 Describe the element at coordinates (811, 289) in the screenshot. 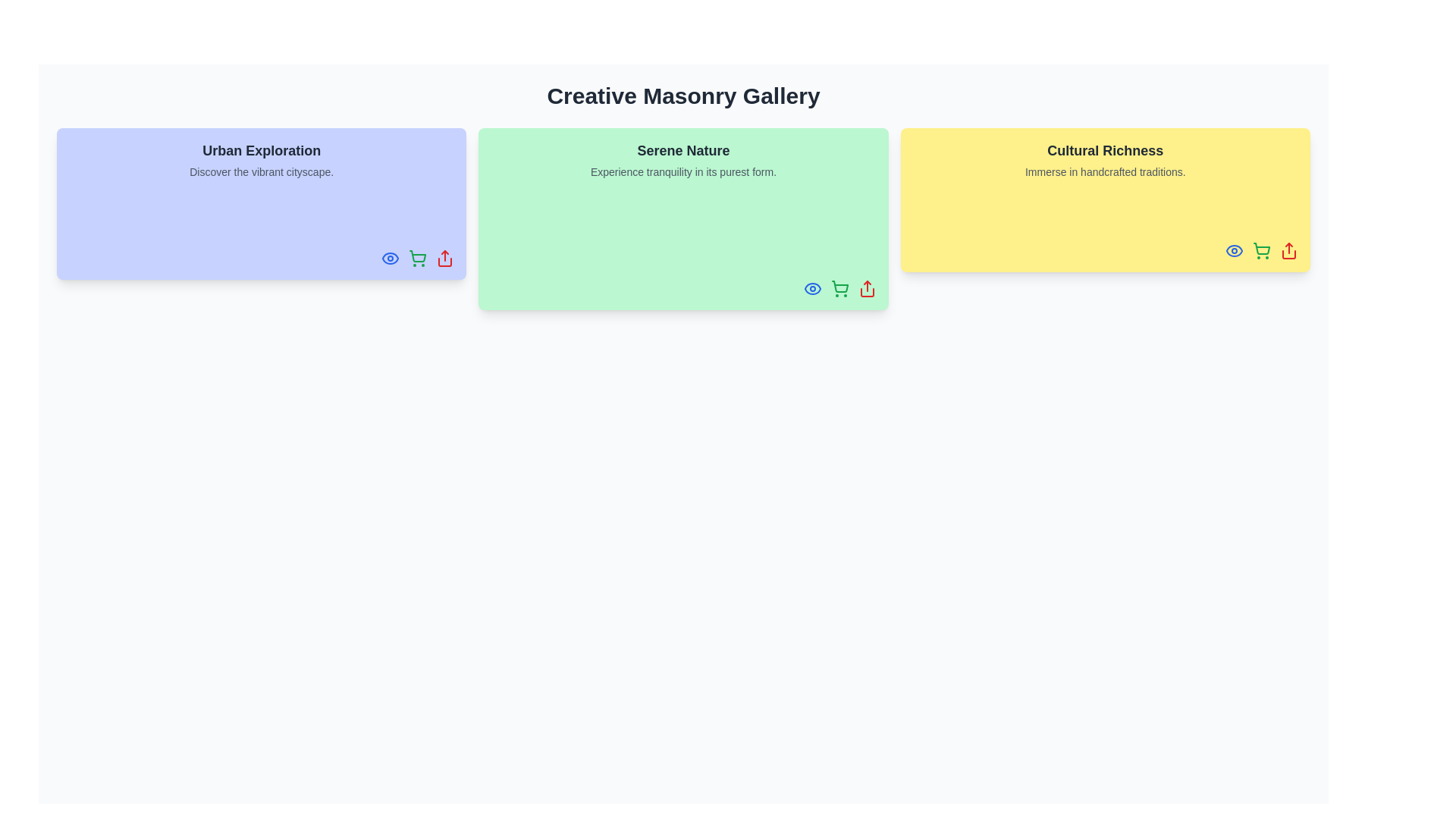

I see `the blue eye-shaped icon button located at the bottom-left corner of the green card labeled 'Serene Nature'` at that location.